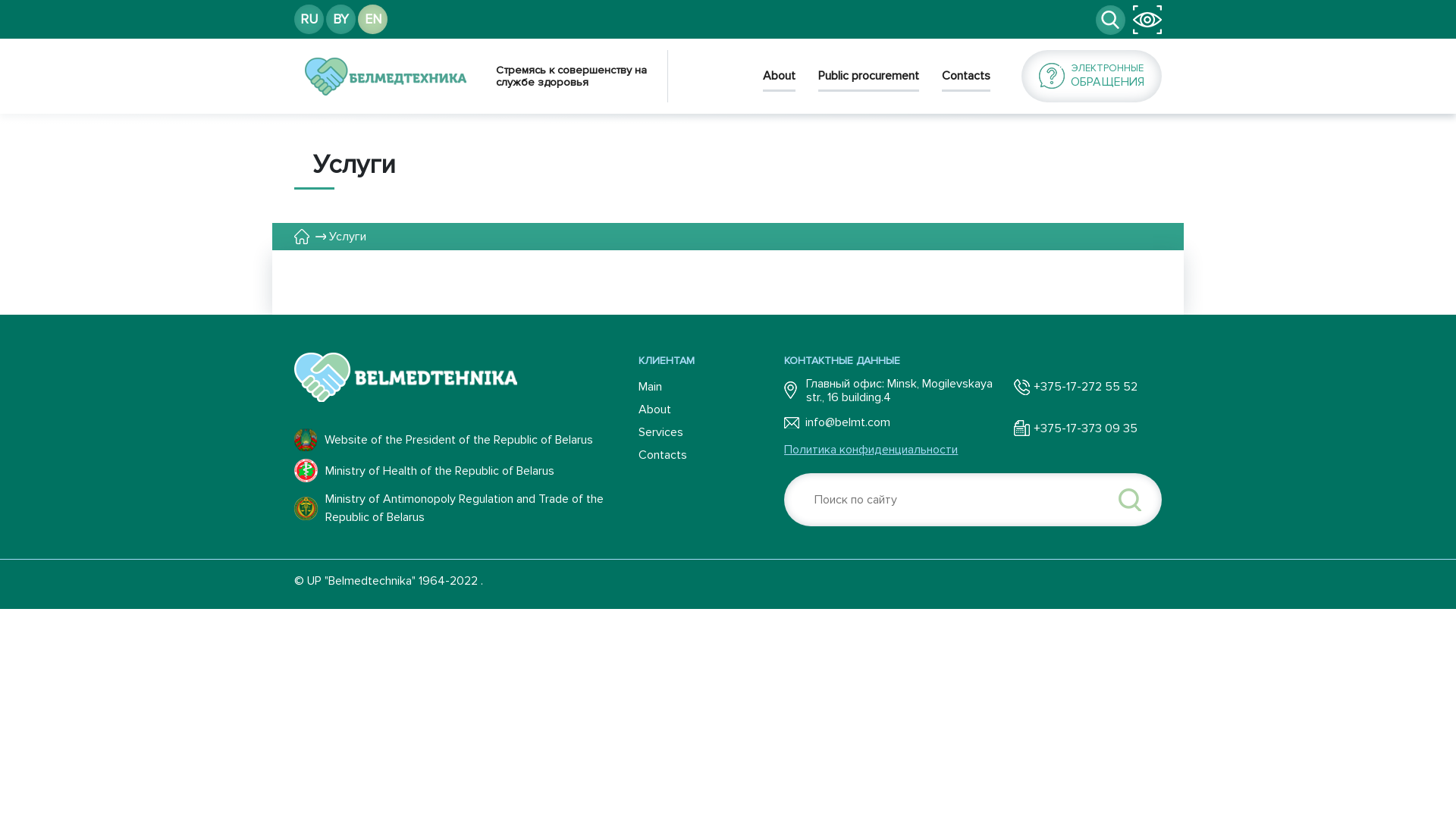 The width and height of the screenshot is (1456, 819). Describe the element at coordinates (710, 385) in the screenshot. I see `'Main'` at that location.